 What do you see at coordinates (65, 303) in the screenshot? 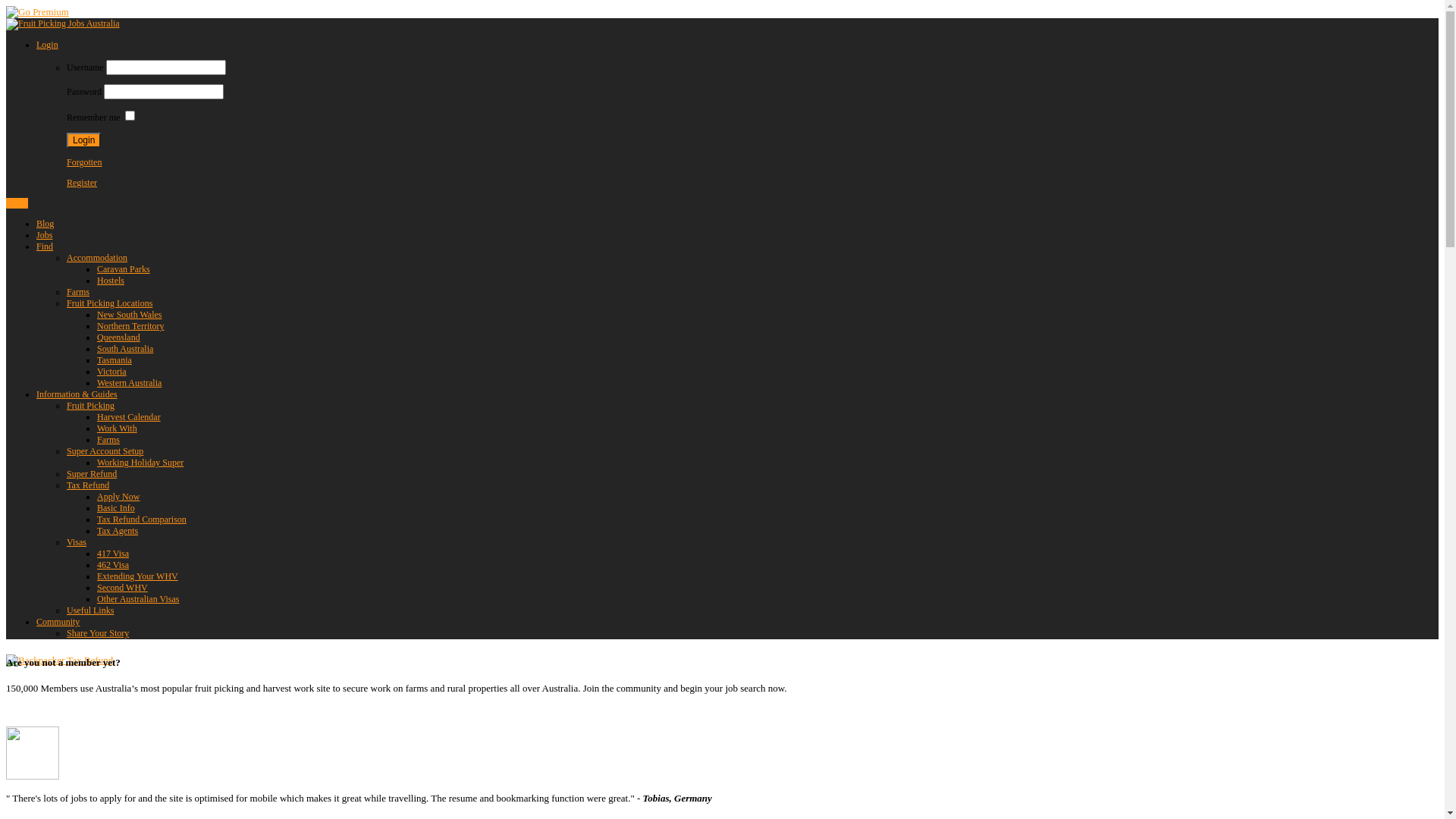
I see `'Fruit Picking Locations'` at bounding box center [65, 303].